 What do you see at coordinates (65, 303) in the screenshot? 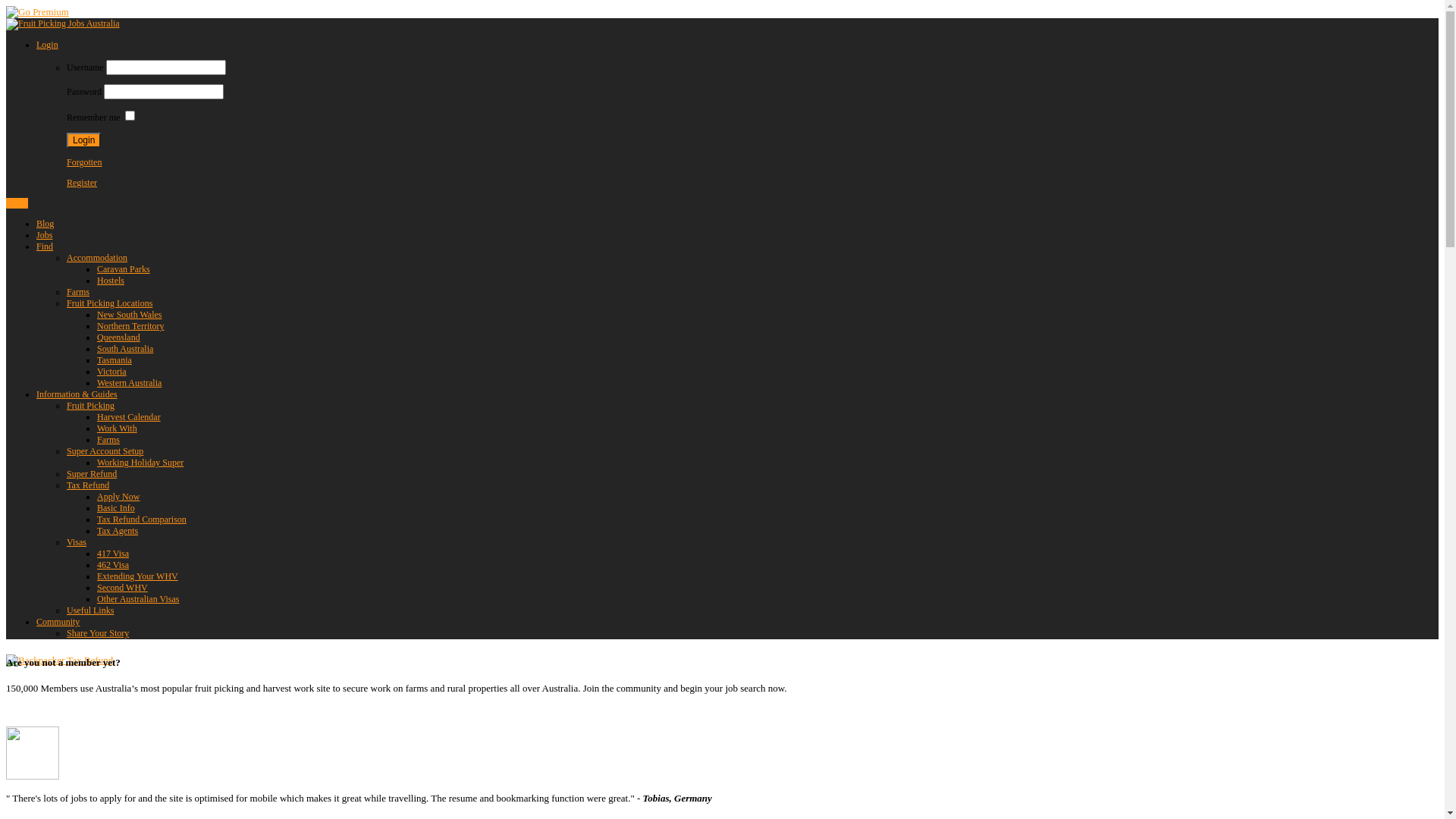
I see `'Fruit Picking Locations'` at bounding box center [65, 303].